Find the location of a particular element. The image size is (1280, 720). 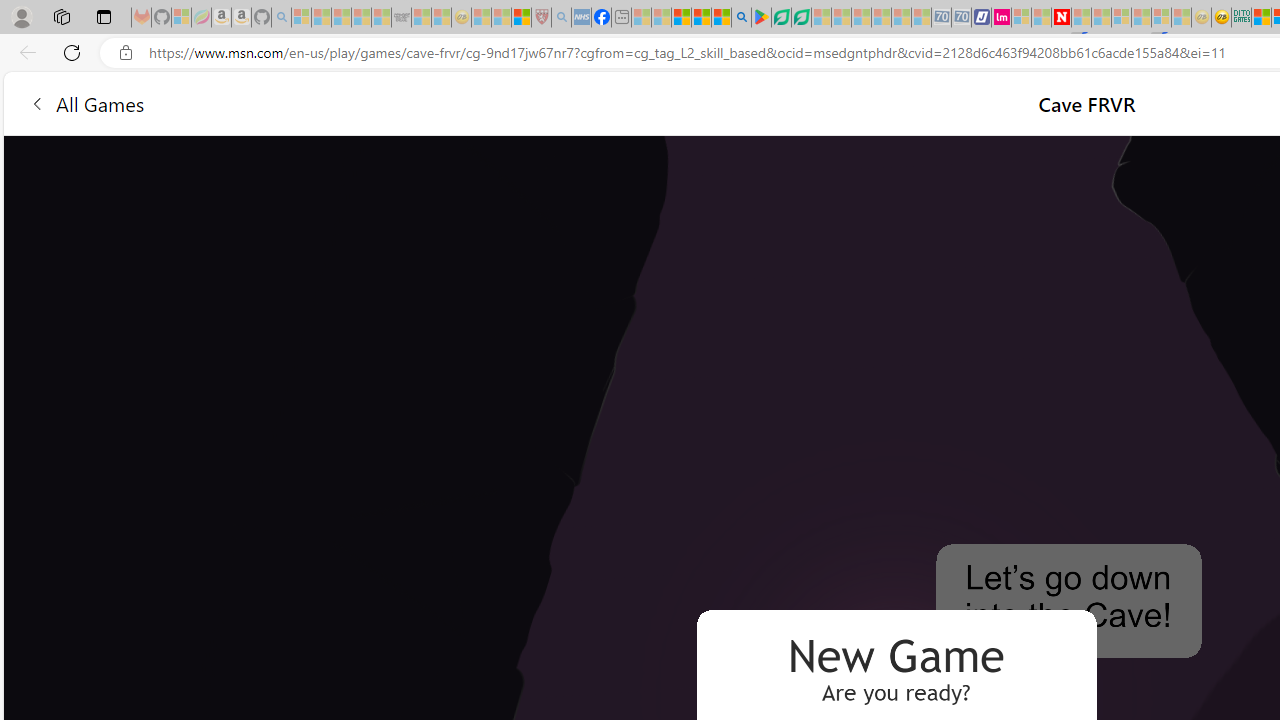

'Microsoft account | Privacy - Sleeping' is located at coordinates (1021, 17).